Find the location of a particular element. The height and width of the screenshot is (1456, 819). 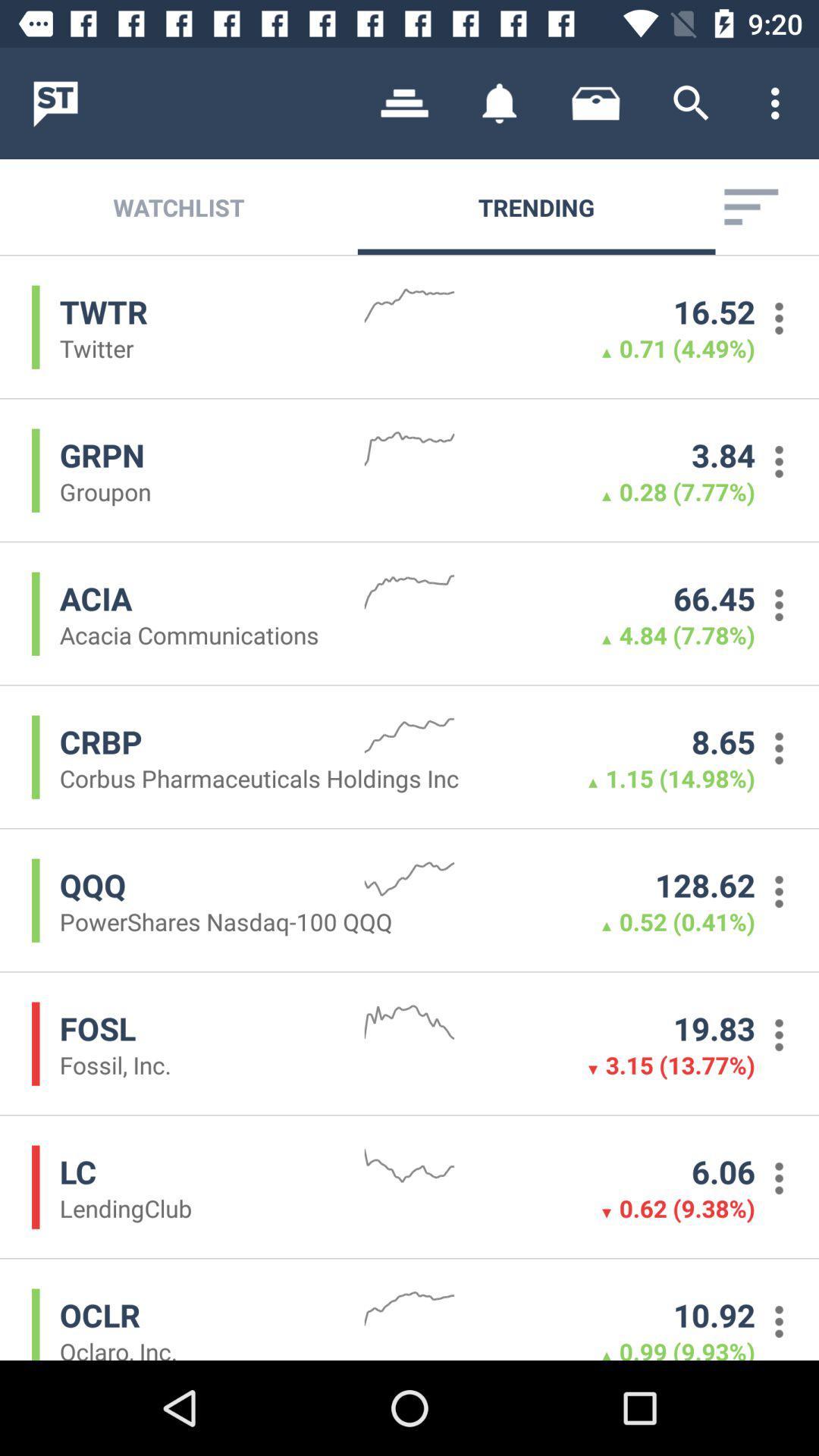

the item above the trending item is located at coordinates (500, 102).